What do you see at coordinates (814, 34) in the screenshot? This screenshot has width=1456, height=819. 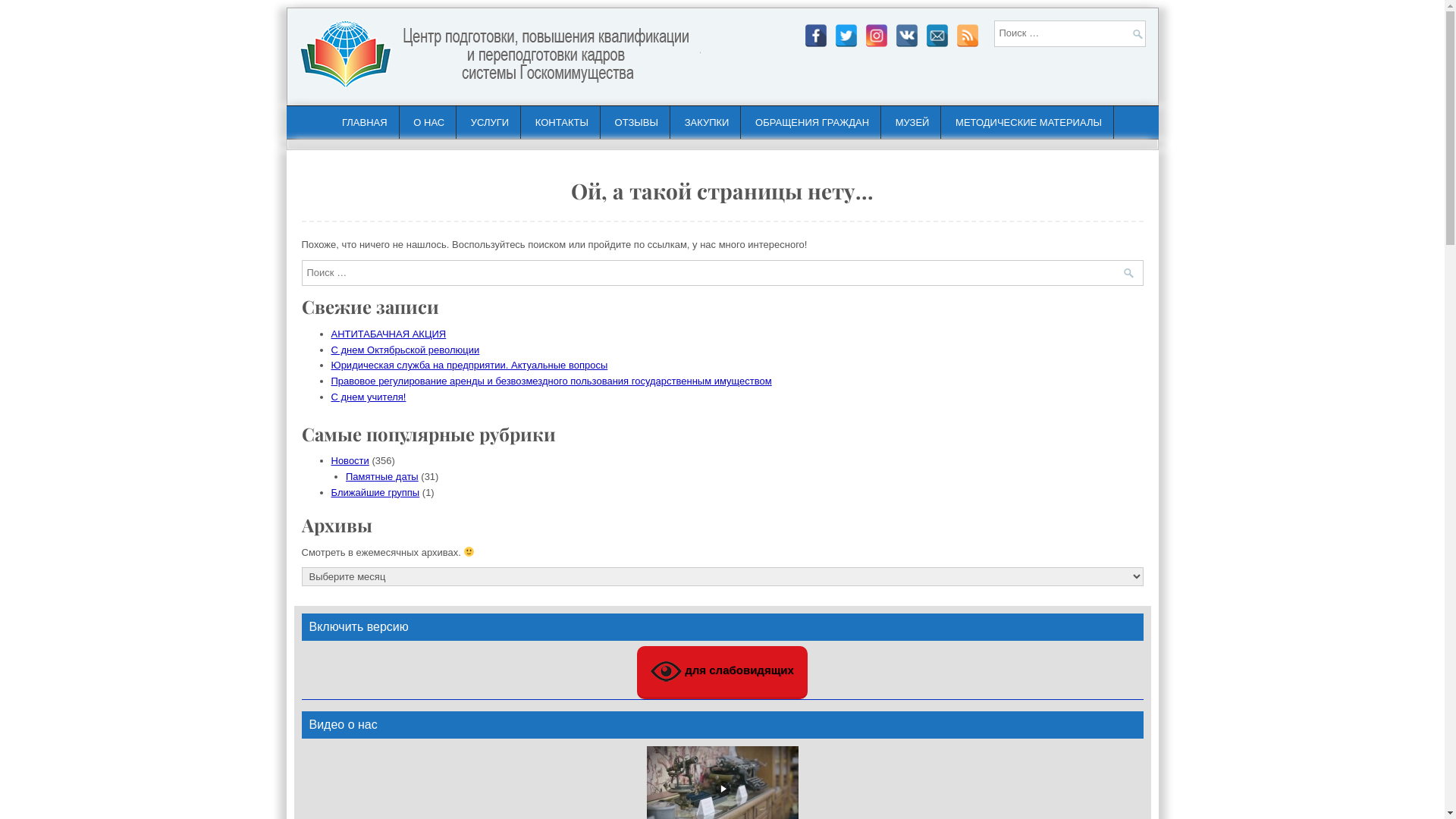 I see `'Facebook'` at bounding box center [814, 34].